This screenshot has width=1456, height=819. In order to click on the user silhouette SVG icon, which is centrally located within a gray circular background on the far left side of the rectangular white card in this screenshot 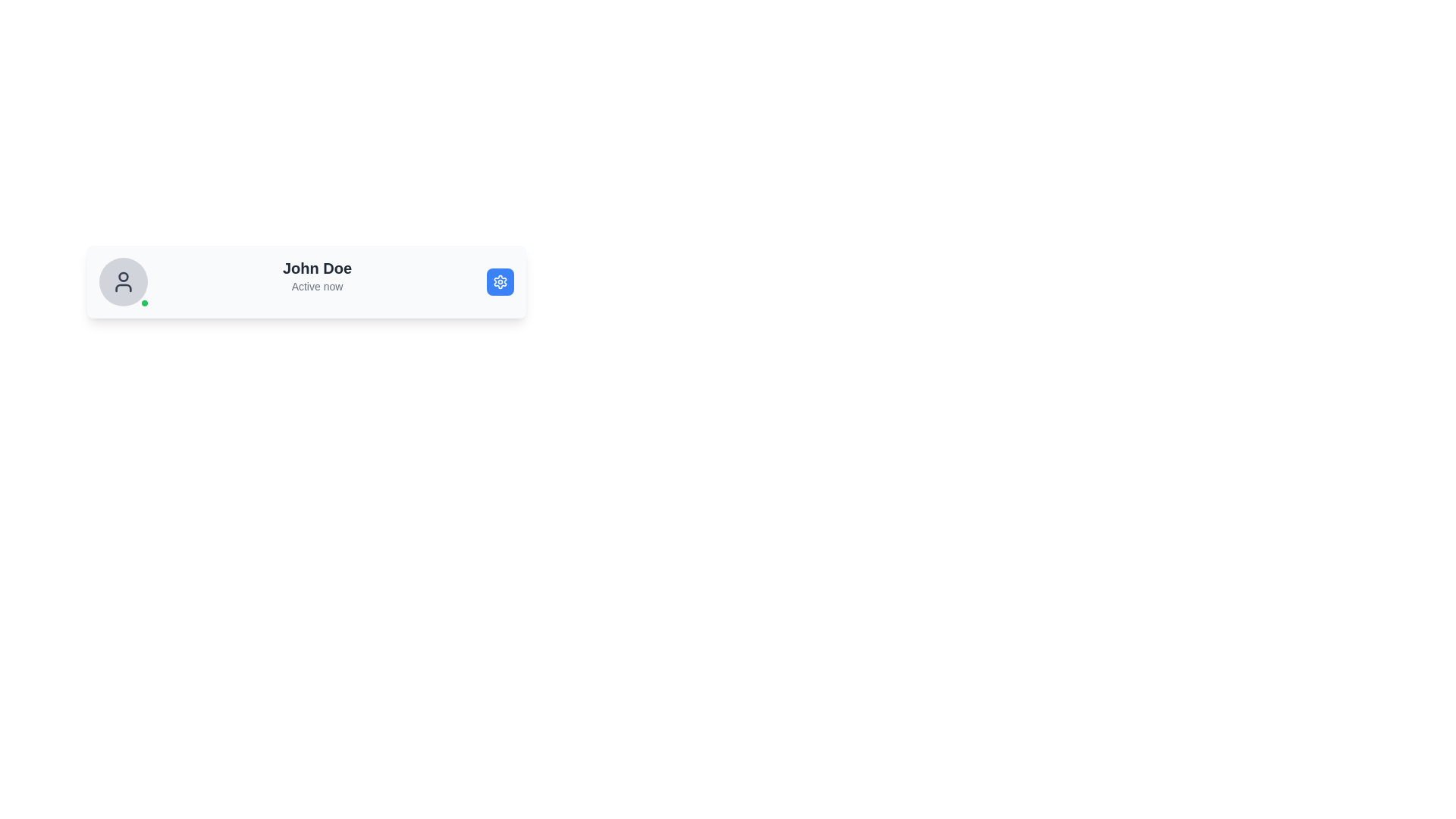, I will do `click(124, 281)`.